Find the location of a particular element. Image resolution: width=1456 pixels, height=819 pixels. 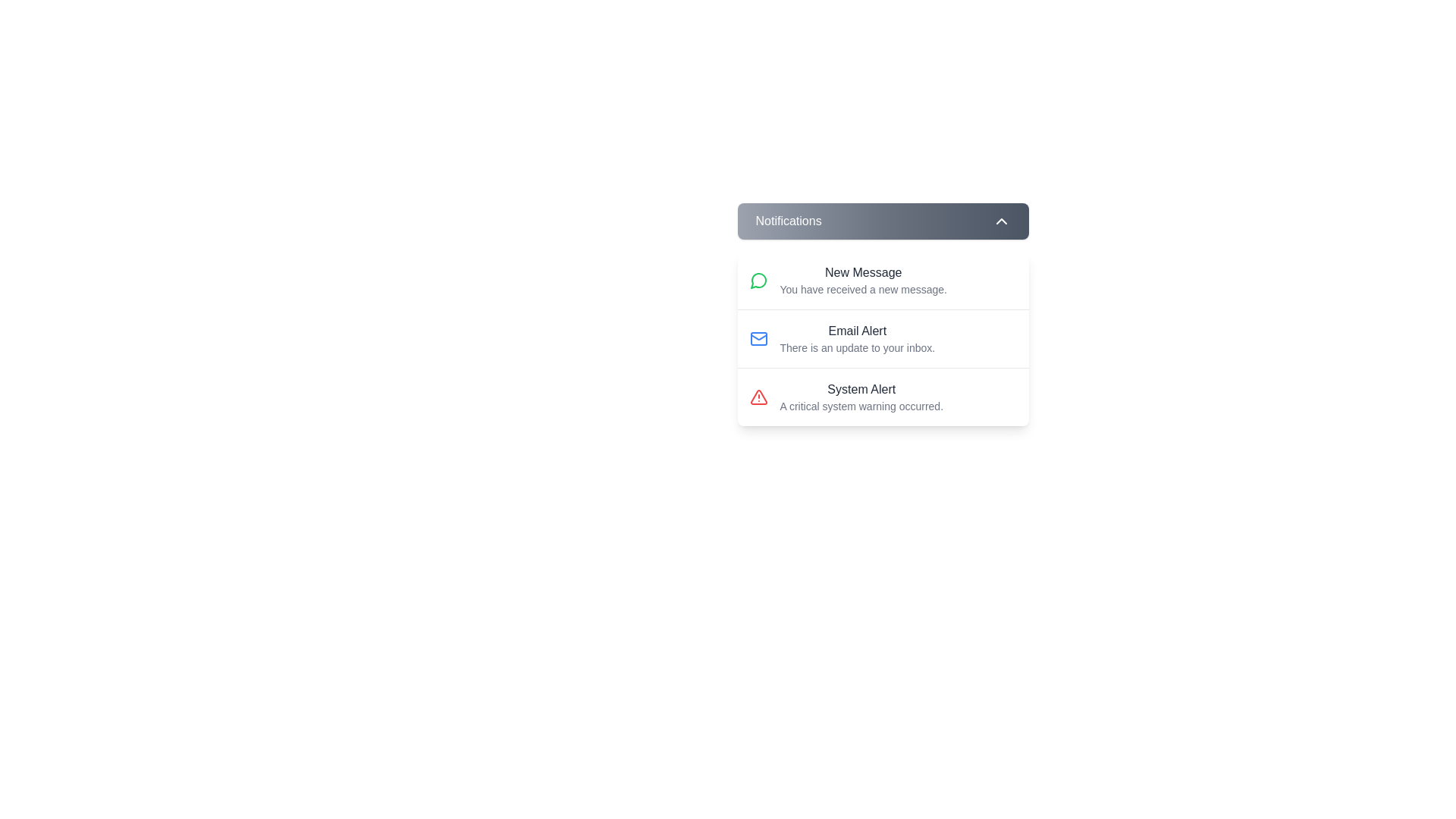

supplementary notification message indicating an update in the user's inbox located beneath the bold title within the 'Email Alert' notification card is located at coordinates (857, 348).